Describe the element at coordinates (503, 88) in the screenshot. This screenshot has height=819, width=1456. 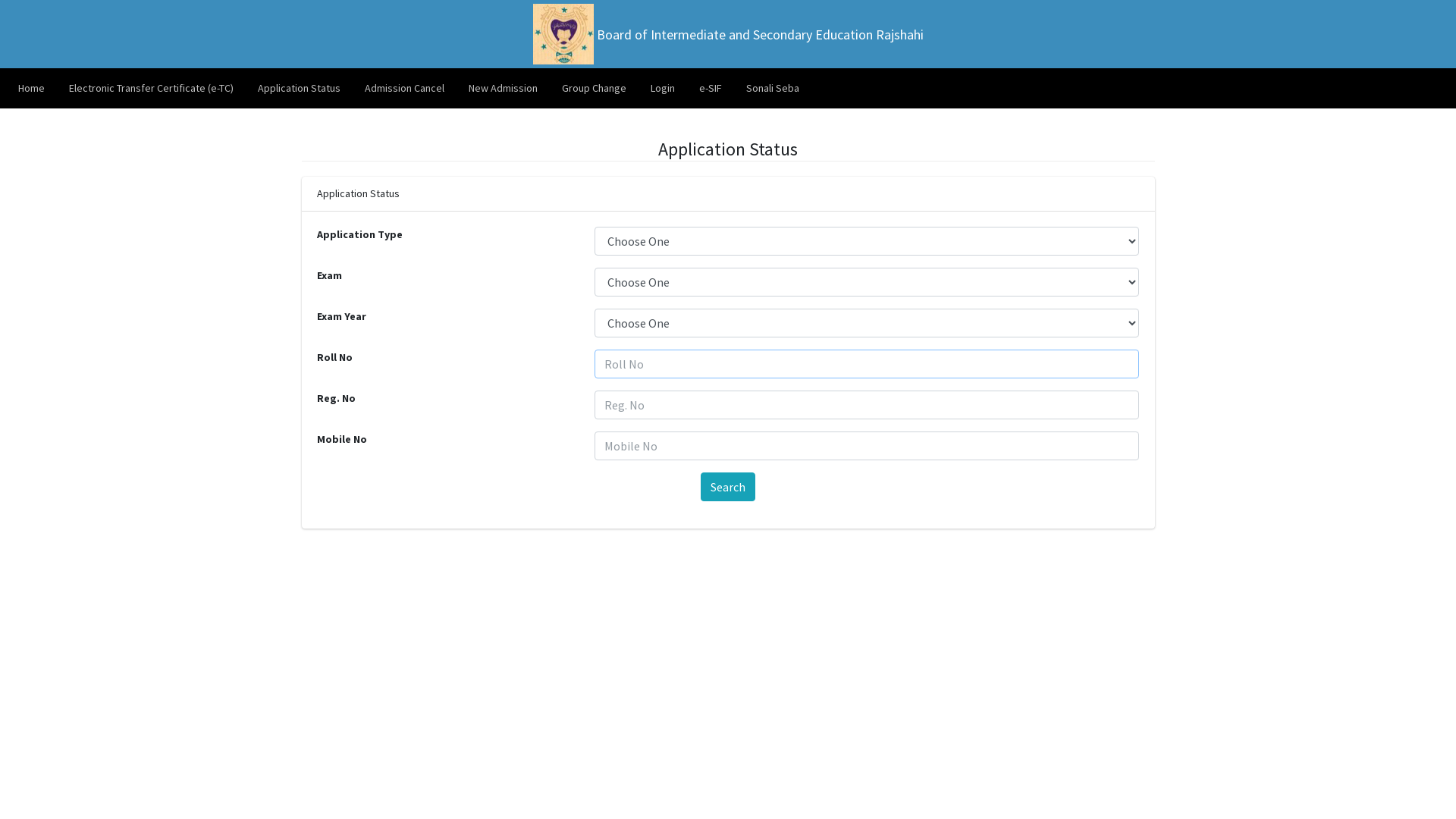
I see `'New Admission'` at that location.